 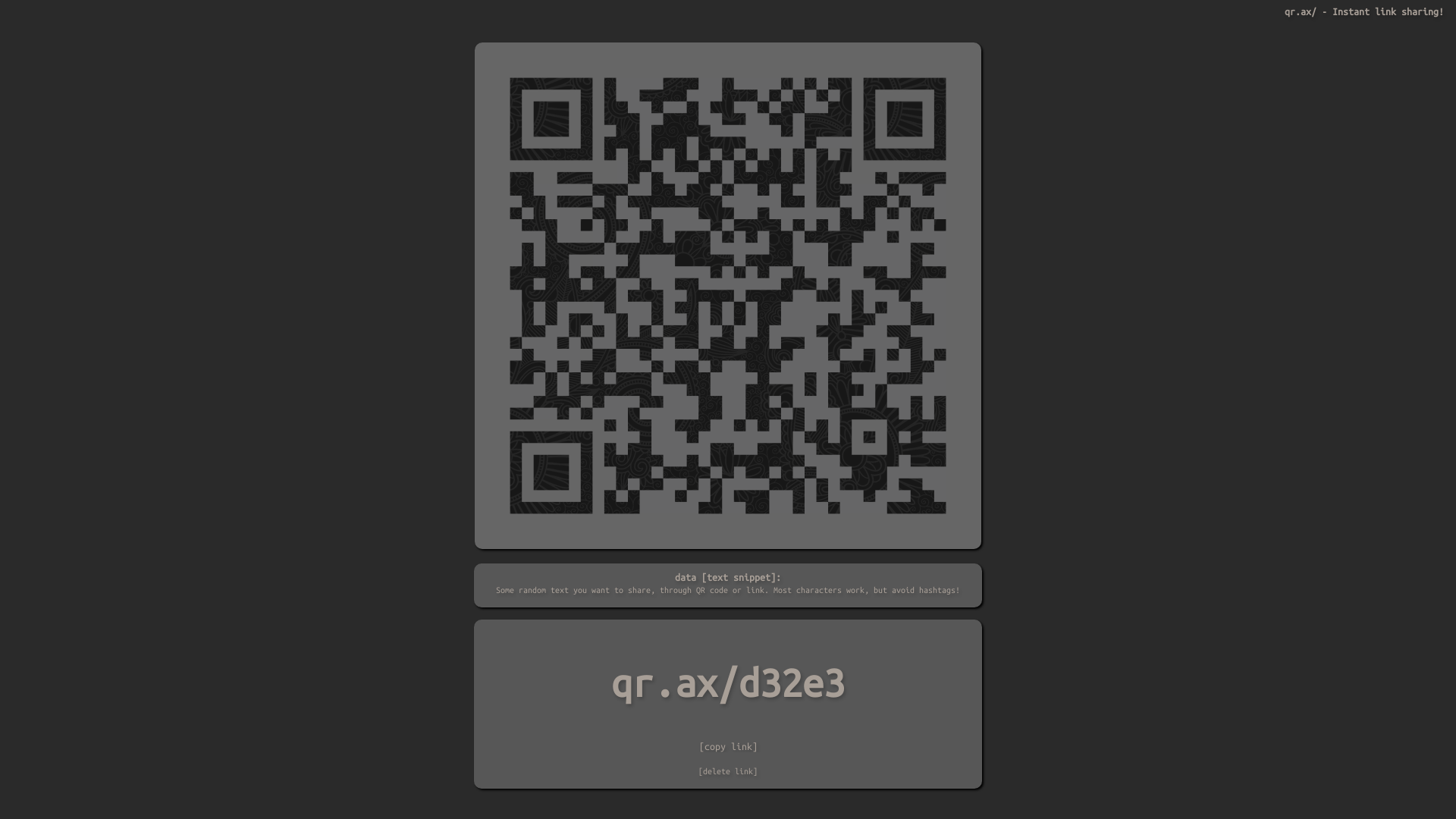 What do you see at coordinates (1364, 11) in the screenshot?
I see `'qr.ax/ - Instant link sharing!'` at bounding box center [1364, 11].